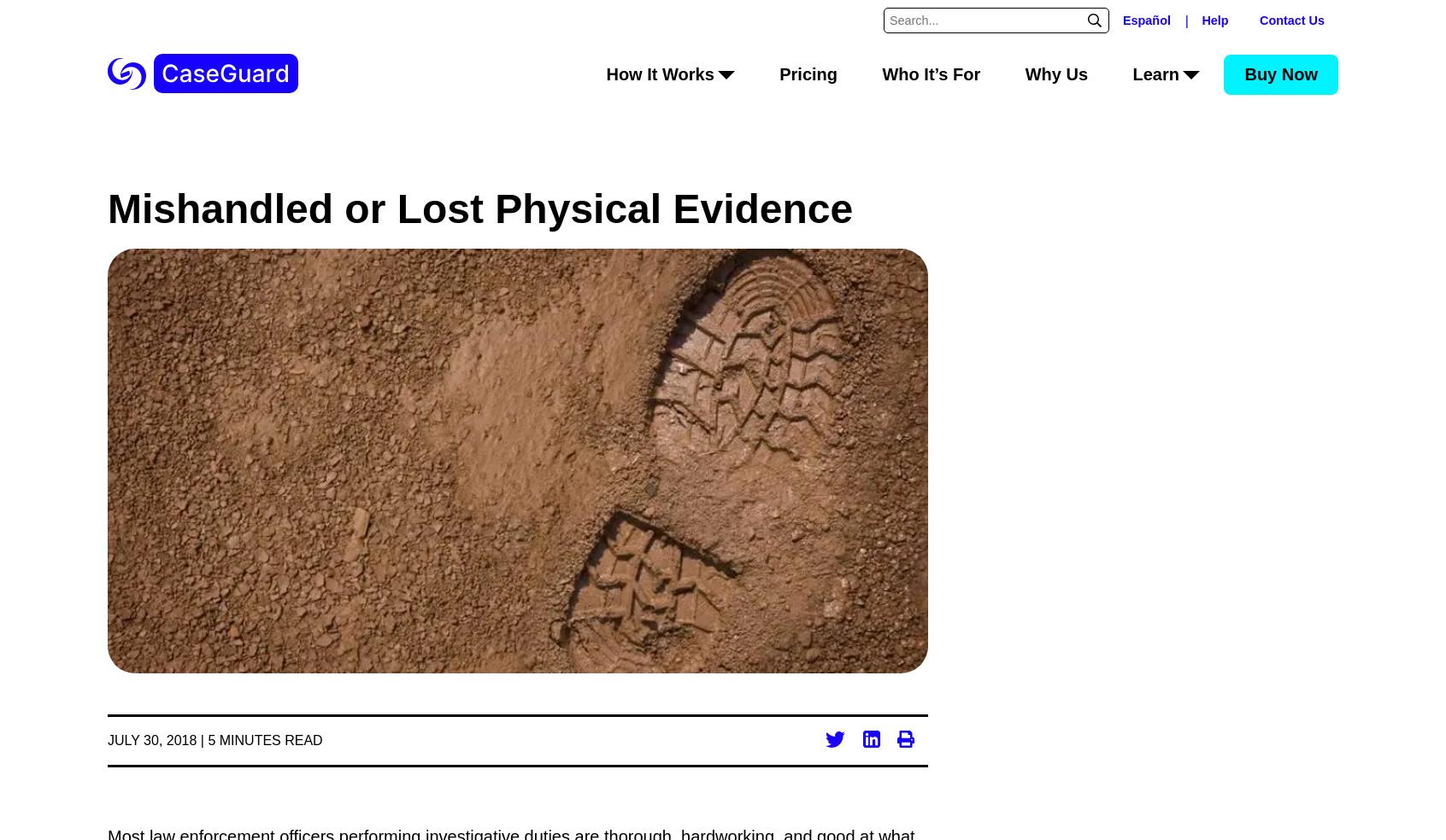 The height and width of the screenshot is (840, 1446). I want to click on 'Español', so click(1146, 19).